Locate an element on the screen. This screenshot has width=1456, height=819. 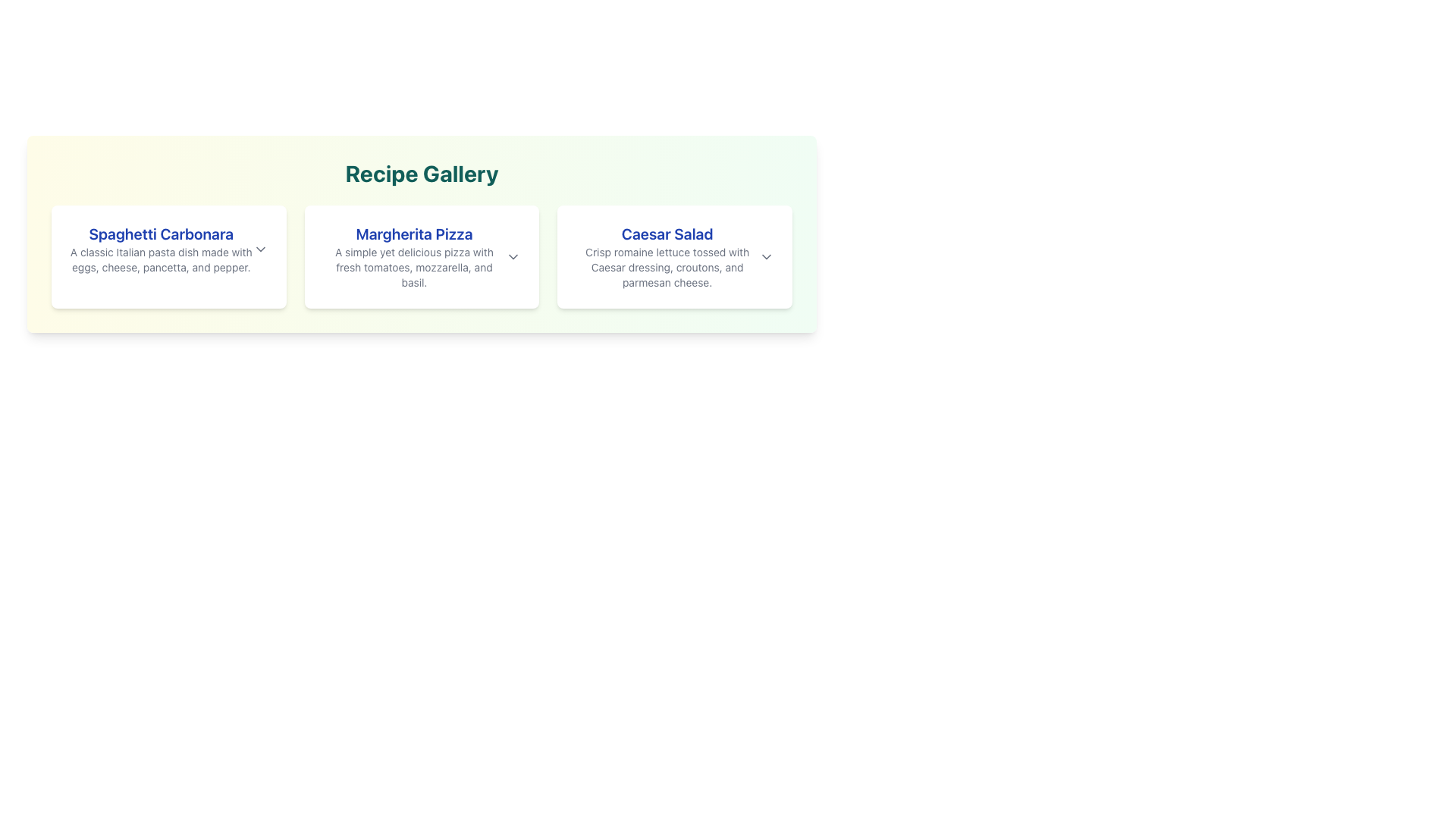
the 'Caesar Salad' recipe from the Recipe Gallery section, which features bold blue text and a gray description underneath is located at coordinates (667, 256).